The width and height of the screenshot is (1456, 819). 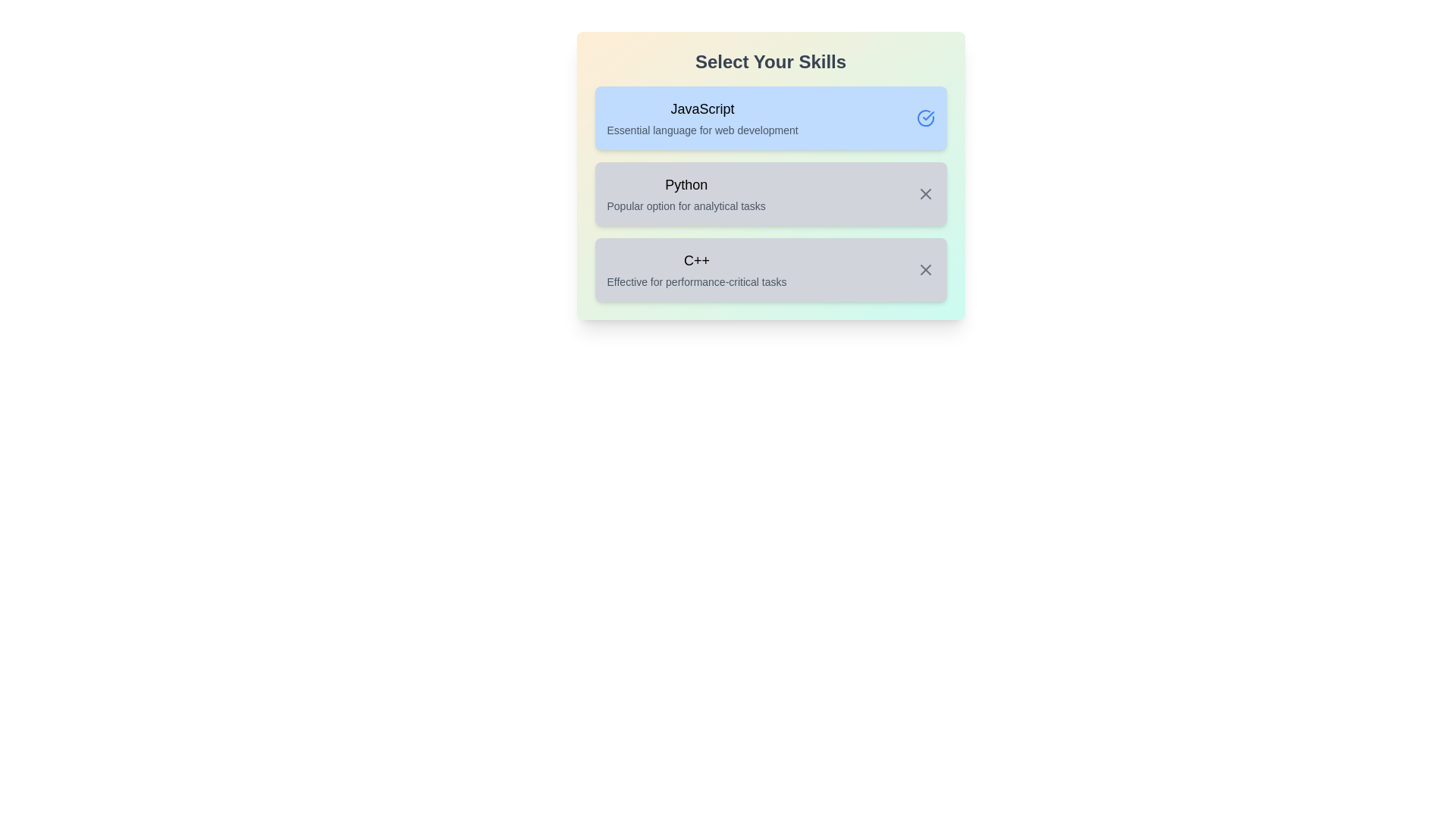 What do you see at coordinates (770, 193) in the screenshot?
I see `the skill item Python to observe the hover effect` at bounding box center [770, 193].